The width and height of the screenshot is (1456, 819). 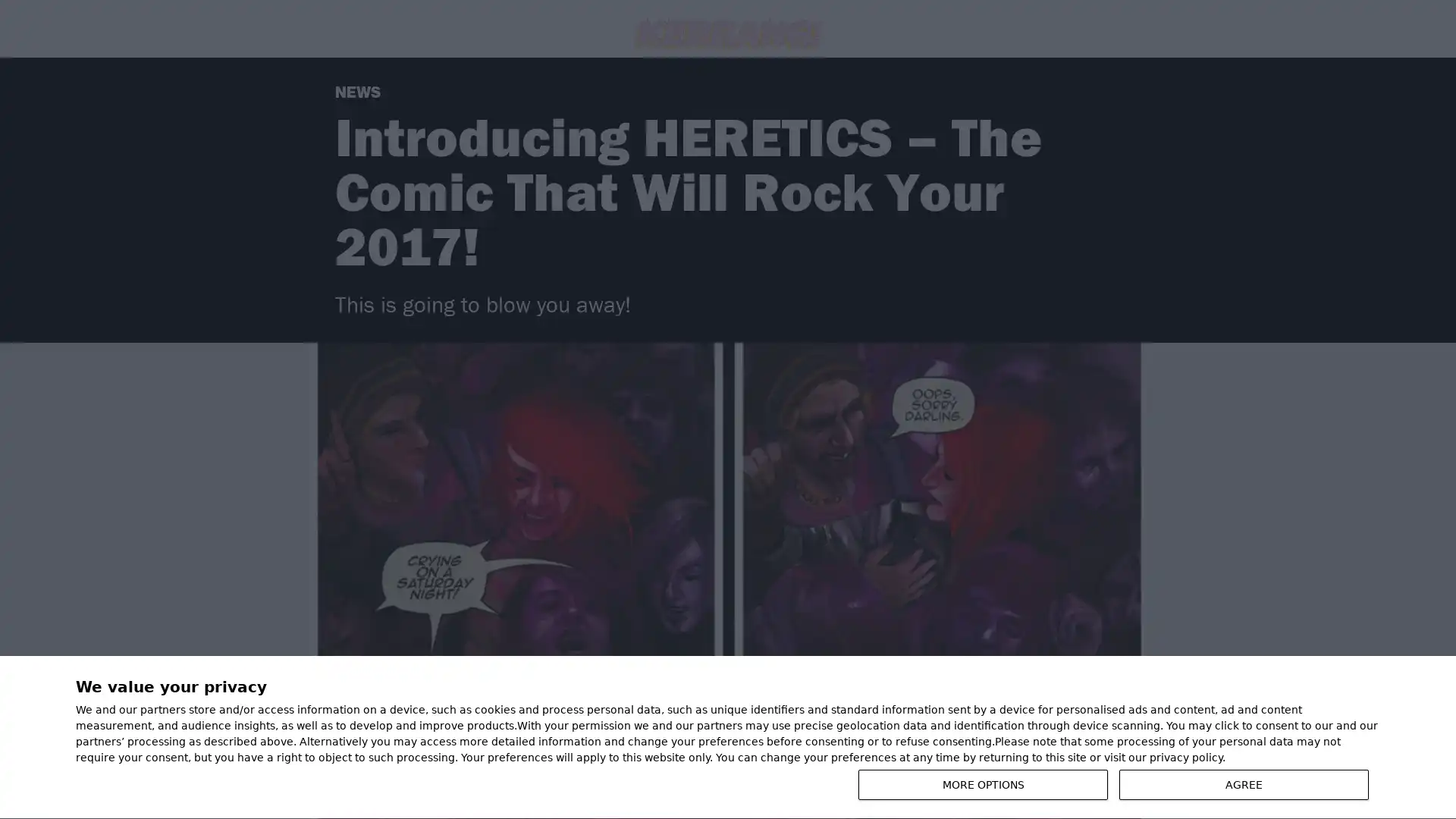 I want to click on MENU, so click(x=1389, y=739).